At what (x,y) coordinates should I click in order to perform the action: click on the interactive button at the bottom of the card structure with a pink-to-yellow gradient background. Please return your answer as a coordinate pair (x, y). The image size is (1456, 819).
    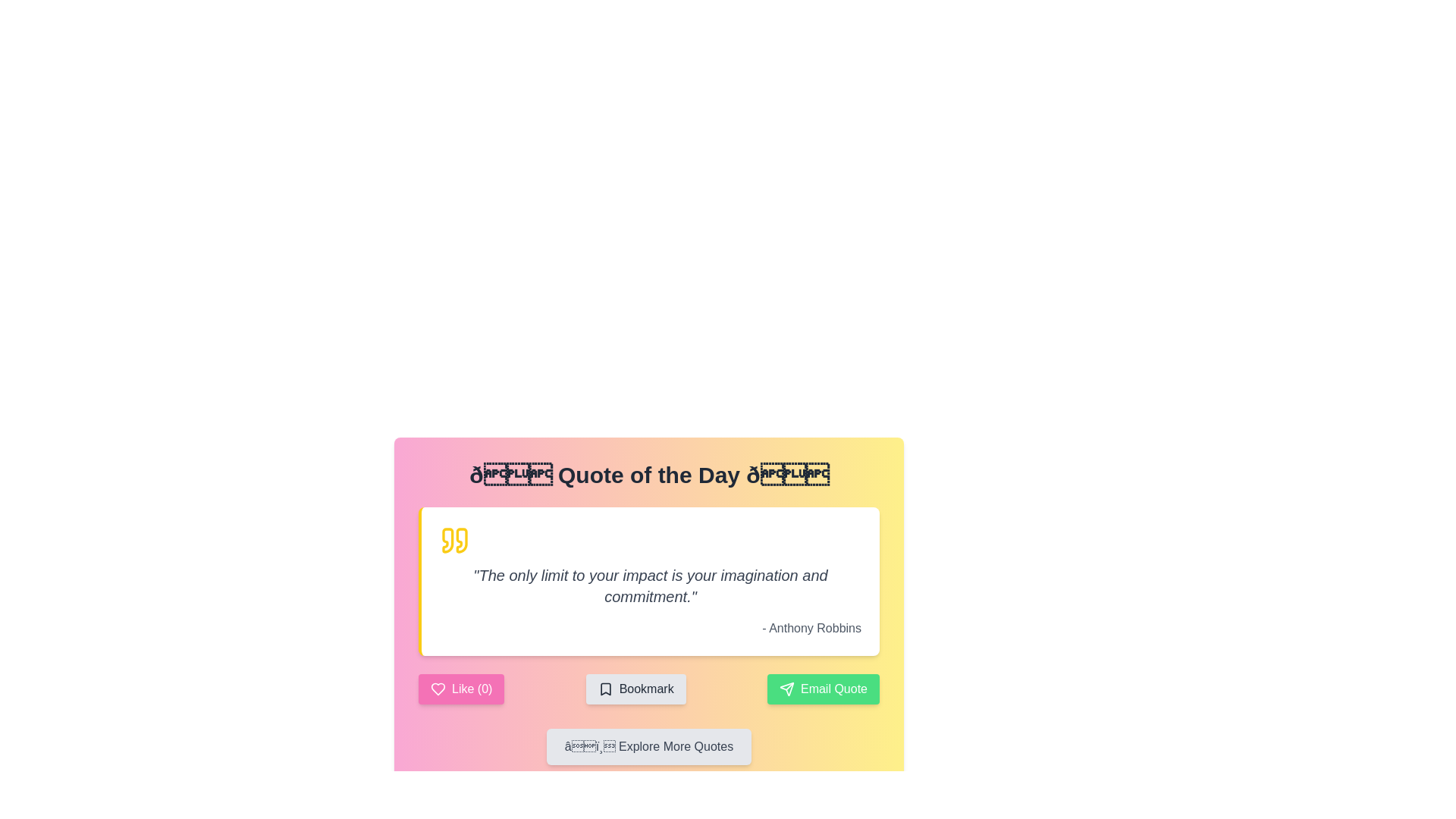
    Looking at the image, I should click on (648, 745).